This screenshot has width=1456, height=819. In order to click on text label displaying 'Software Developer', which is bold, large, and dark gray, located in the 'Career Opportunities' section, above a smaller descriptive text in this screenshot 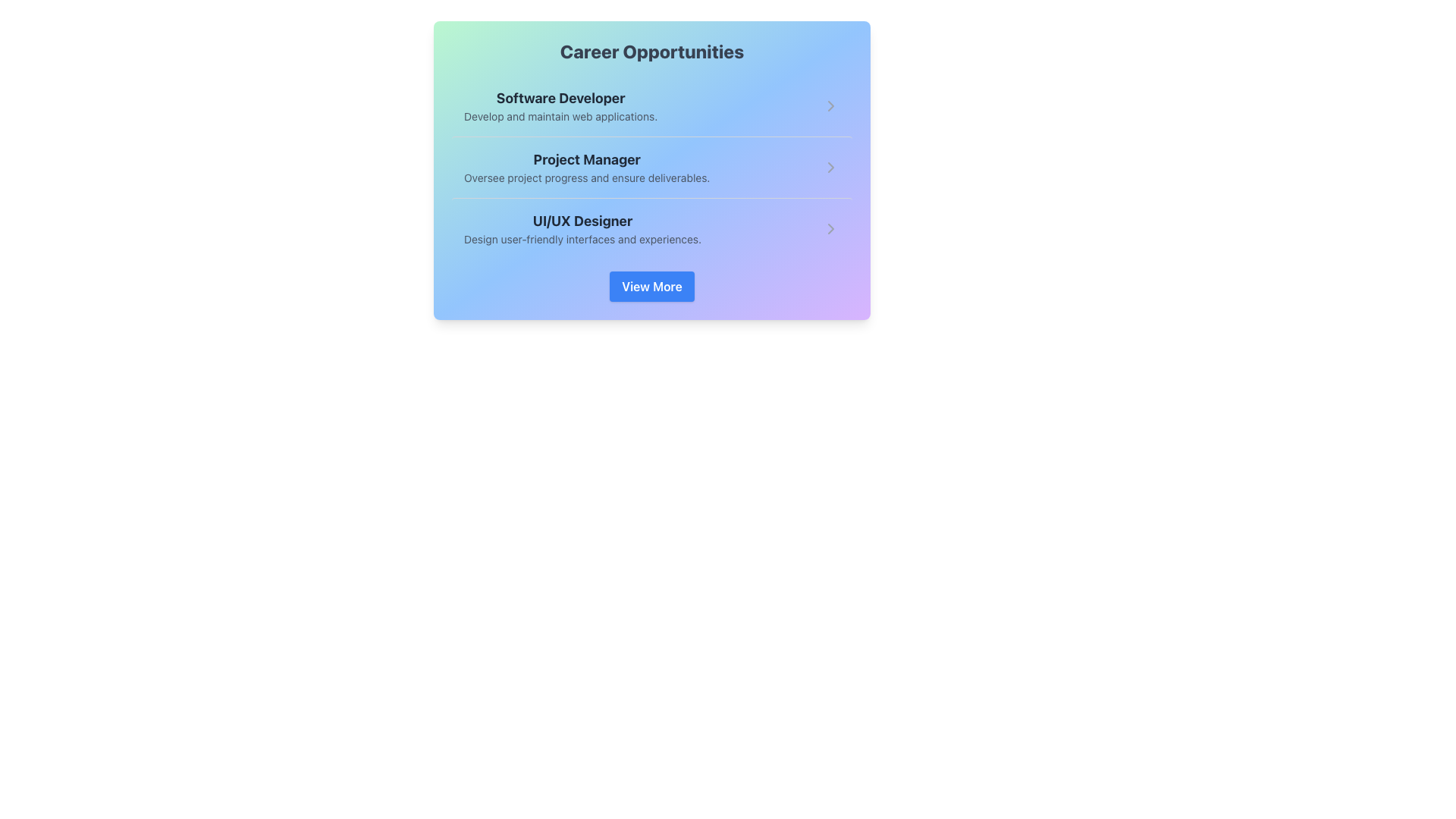, I will do `click(560, 99)`.